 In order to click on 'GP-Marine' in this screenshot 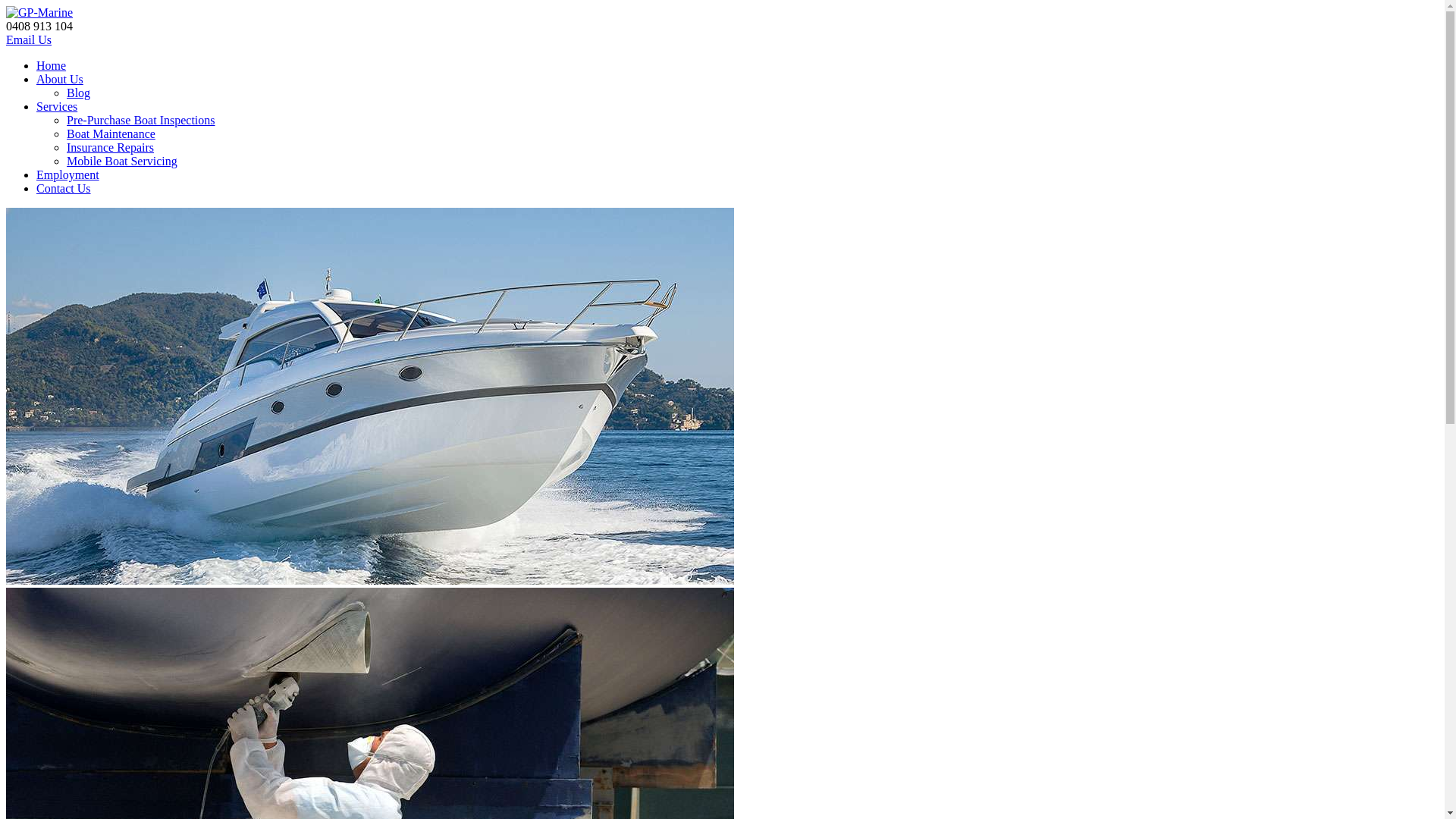, I will do `click(39, 12)`.